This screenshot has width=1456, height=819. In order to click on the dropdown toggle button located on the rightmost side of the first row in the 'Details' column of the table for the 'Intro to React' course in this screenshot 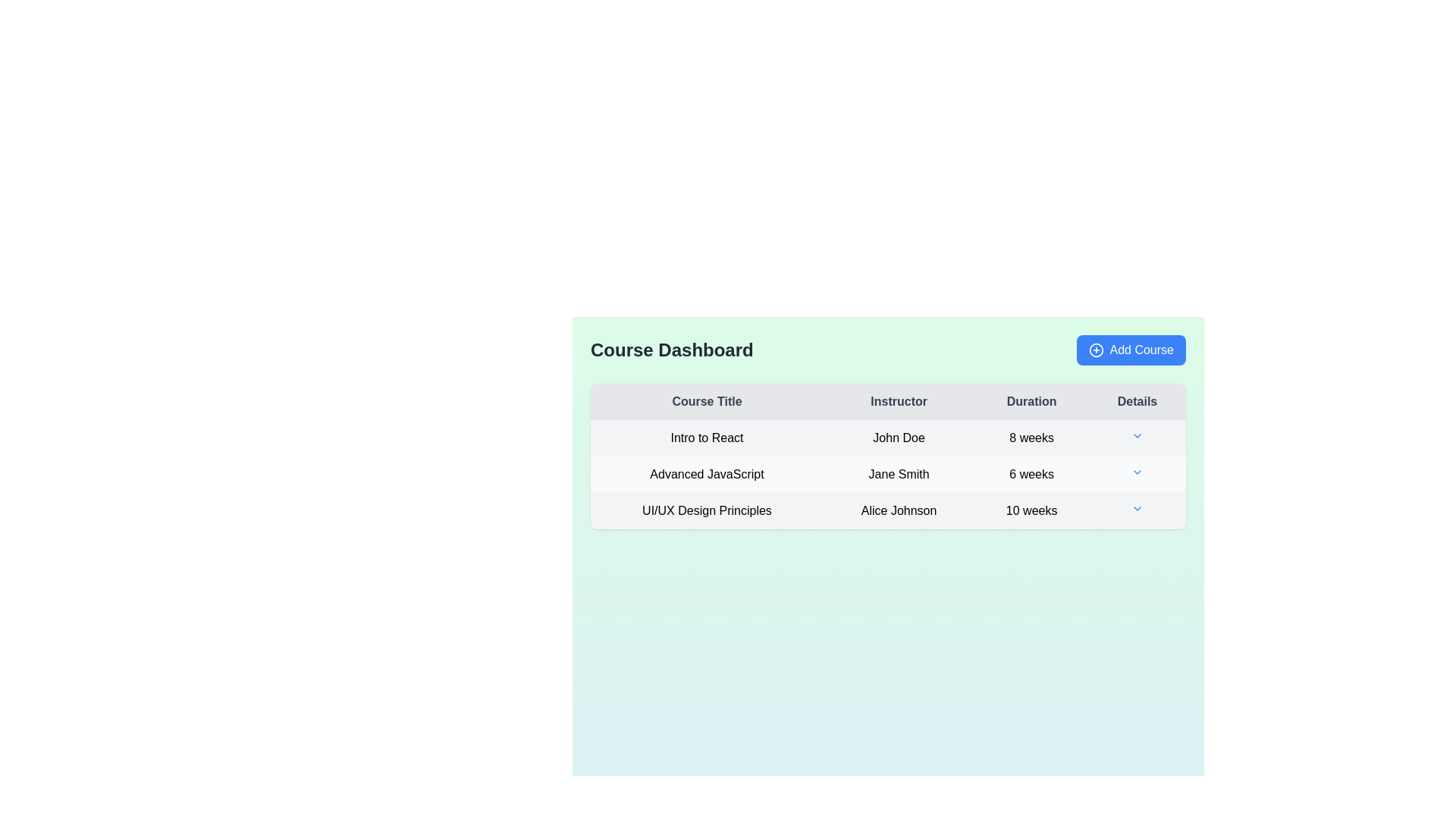, I will do `click(1137, 435)`.